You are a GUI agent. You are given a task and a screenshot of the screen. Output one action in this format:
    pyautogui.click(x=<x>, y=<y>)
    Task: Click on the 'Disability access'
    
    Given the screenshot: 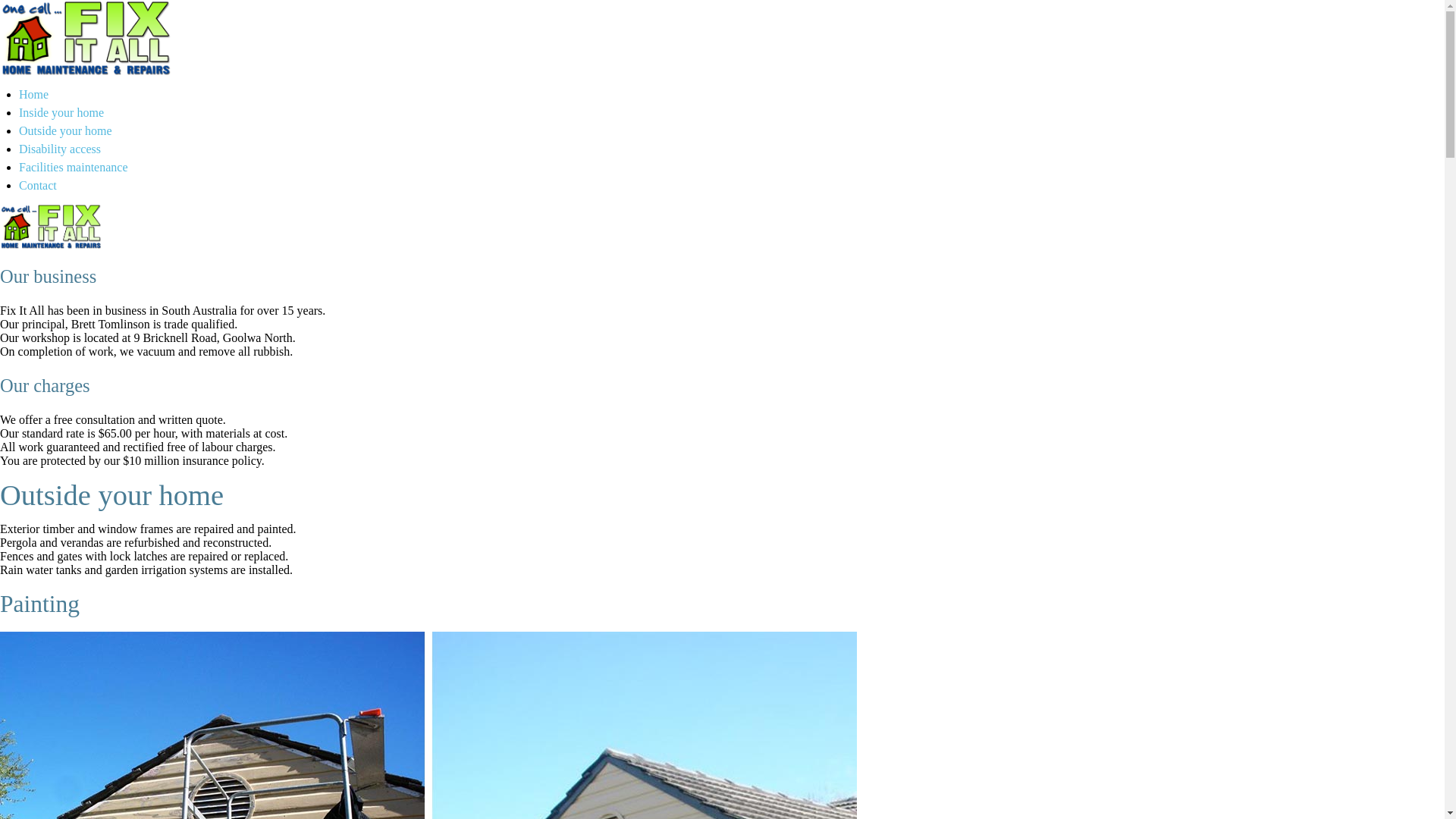 What is the action you would take?
    pyautogui.click(x=59, y=149)
    